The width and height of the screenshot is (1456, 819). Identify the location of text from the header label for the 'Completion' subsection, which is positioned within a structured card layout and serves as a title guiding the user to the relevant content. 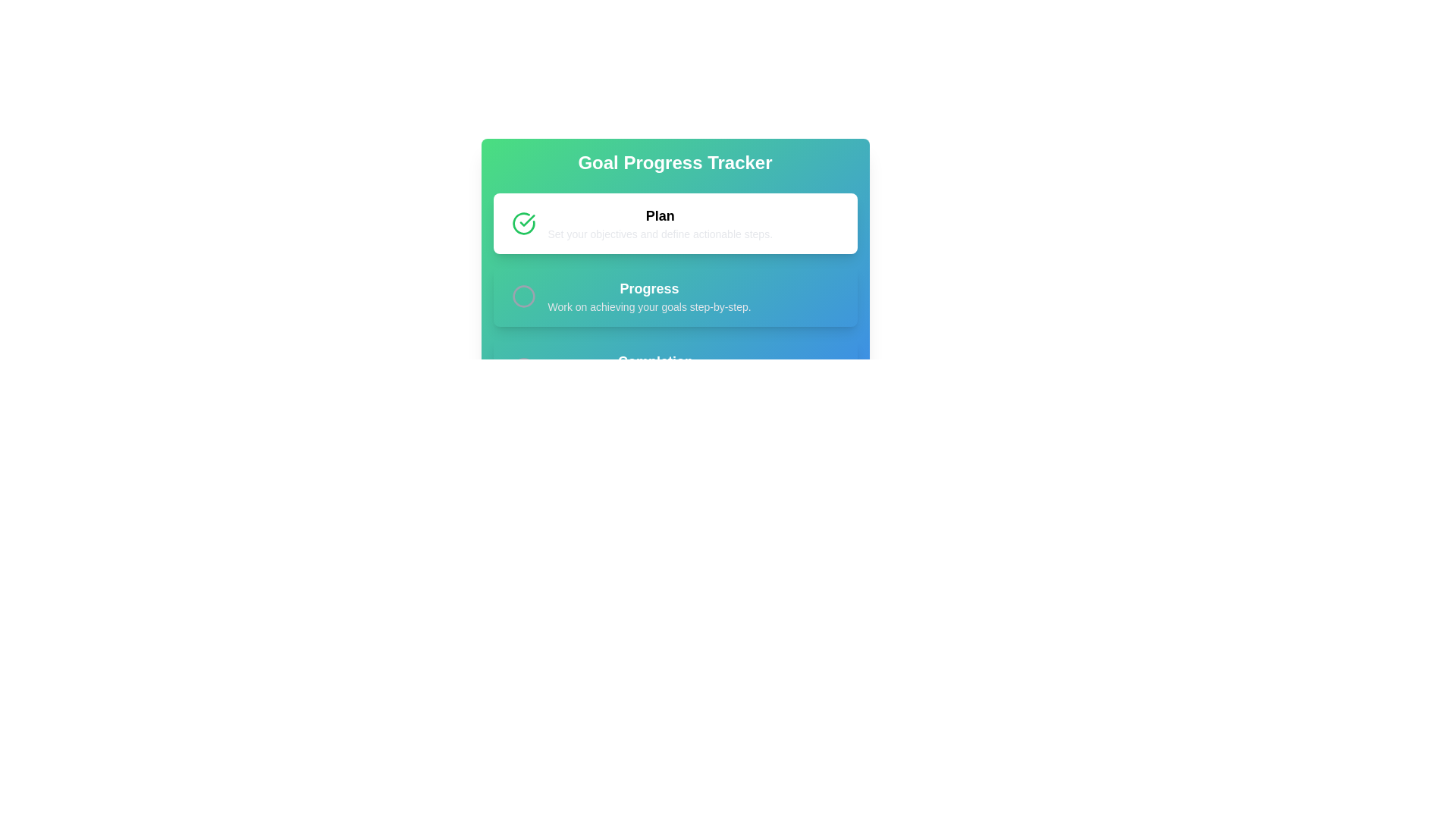
(655, 362).